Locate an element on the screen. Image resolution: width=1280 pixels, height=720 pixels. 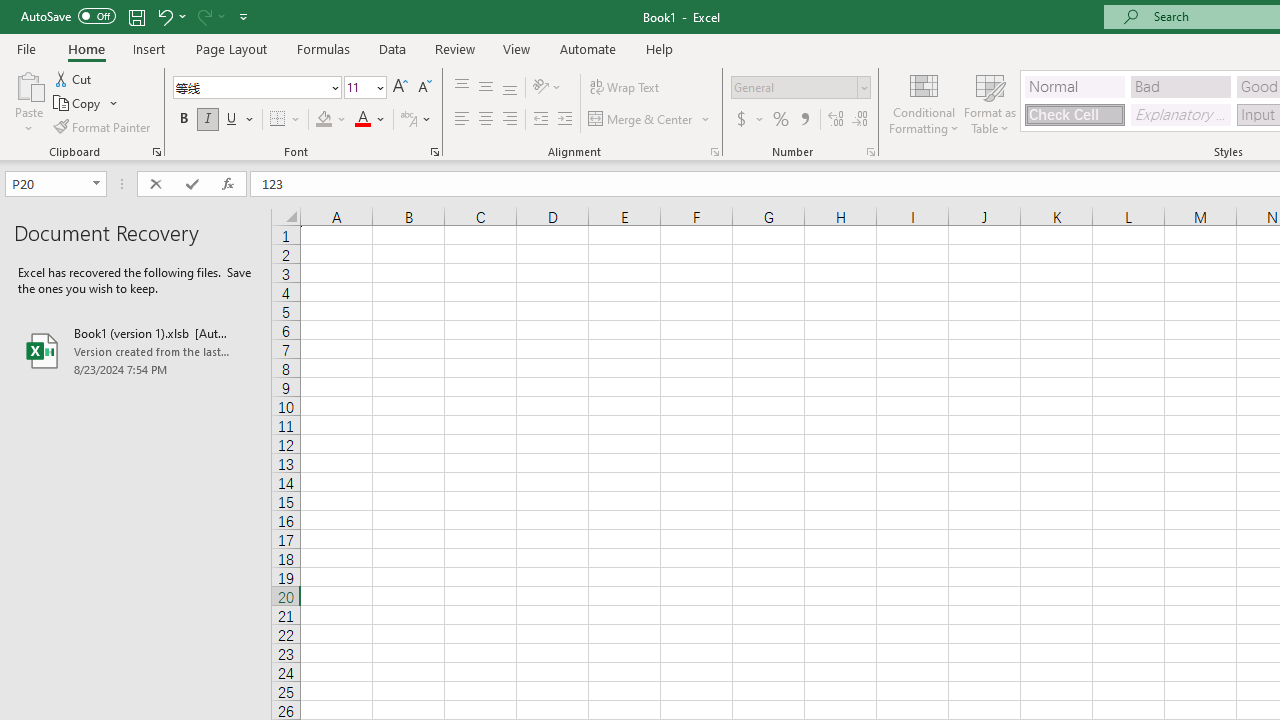
'Format Cell Font' is located at coordinates (434, 150).